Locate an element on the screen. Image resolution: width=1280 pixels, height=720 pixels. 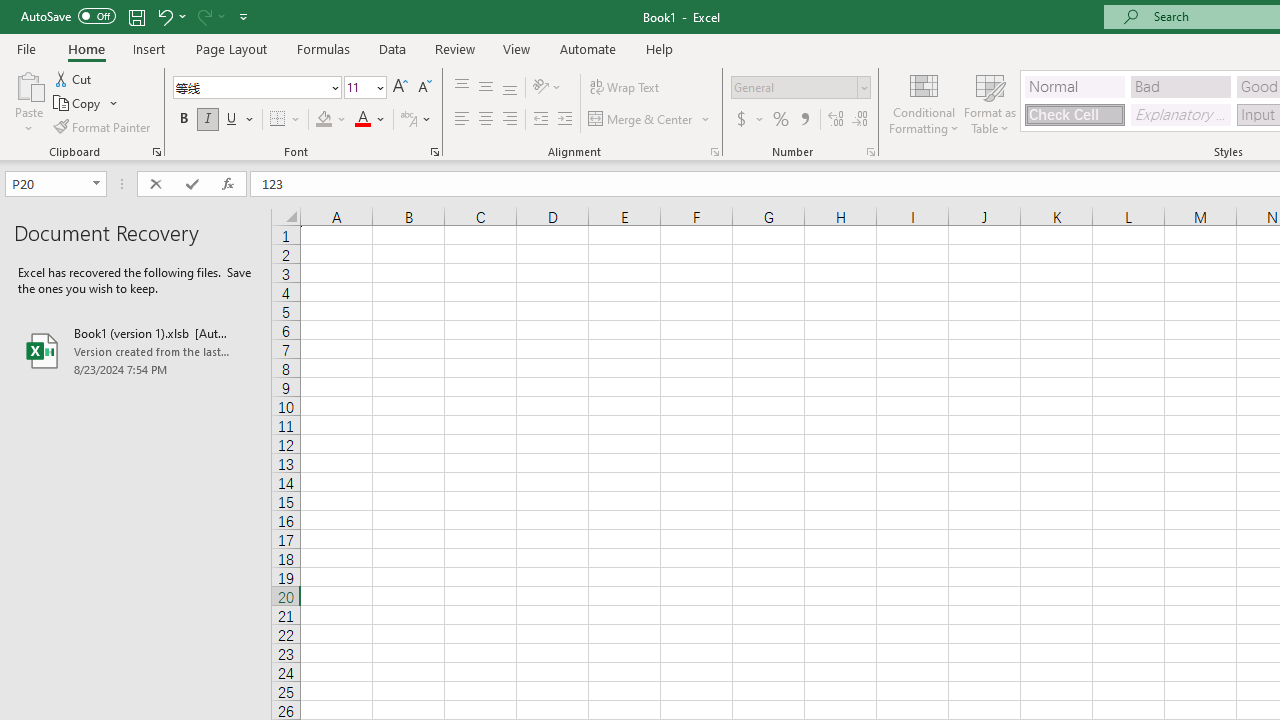
'Format Cell Font' is located at coordinates (434, 150).